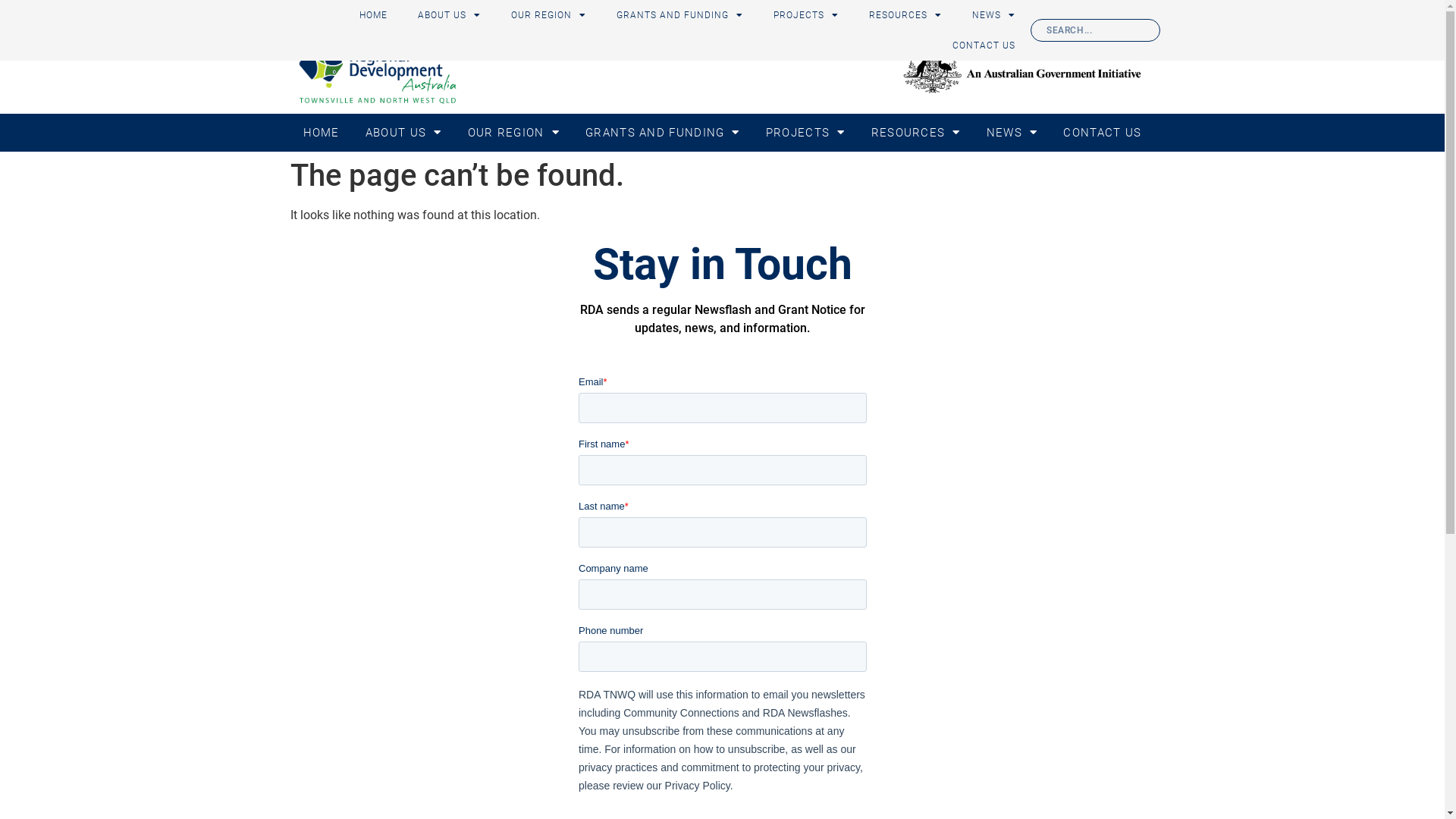 The image size is (1456, 819). I want to click on 'HOME', so click(319, 131).